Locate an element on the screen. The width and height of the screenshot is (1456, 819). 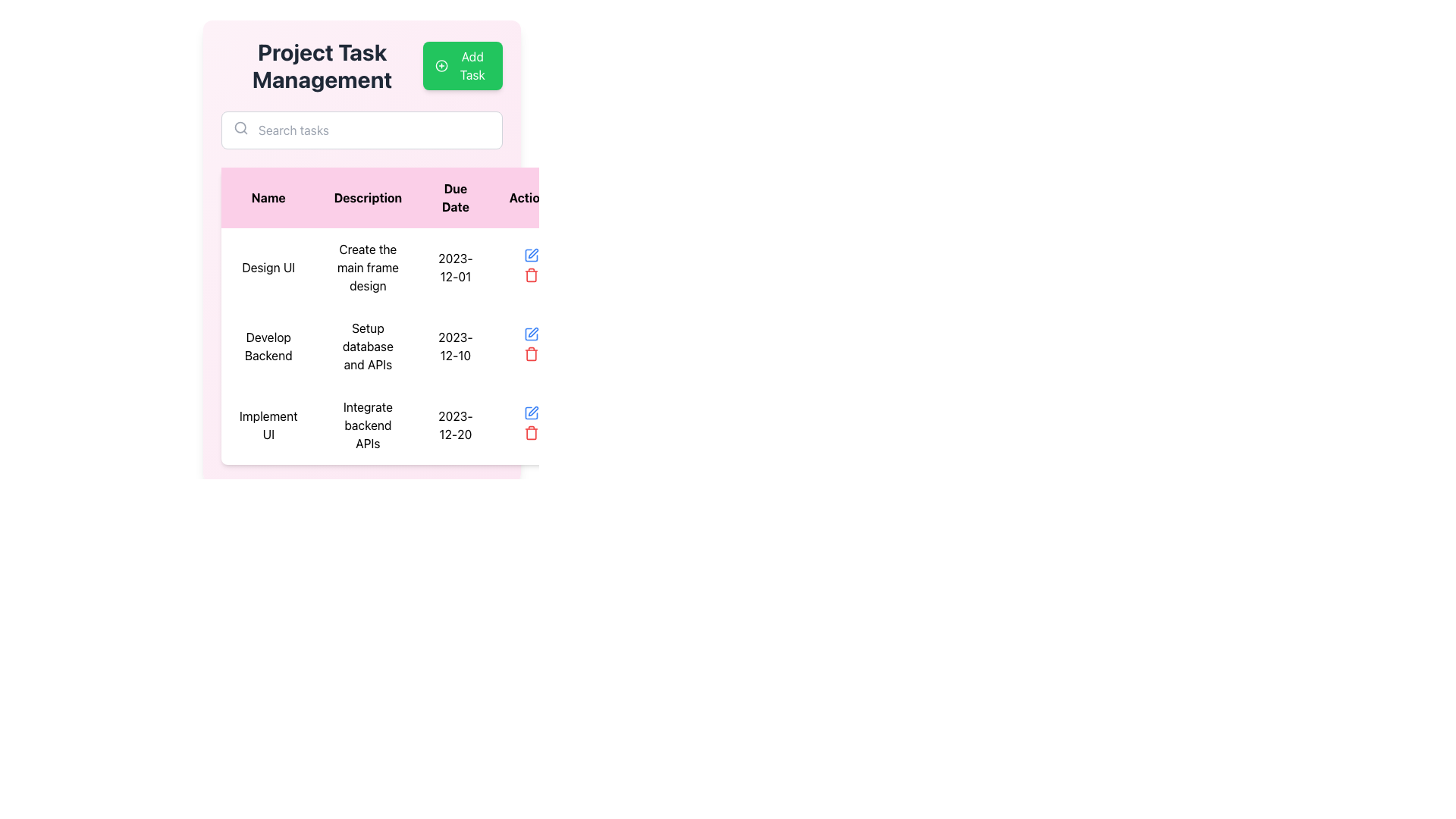
the 'Add Task' button, which is a green rectangular button with white text and a '+' icon, located in the top-right corner of the 'Project Task Management' section is located at coordinates (462, 65).